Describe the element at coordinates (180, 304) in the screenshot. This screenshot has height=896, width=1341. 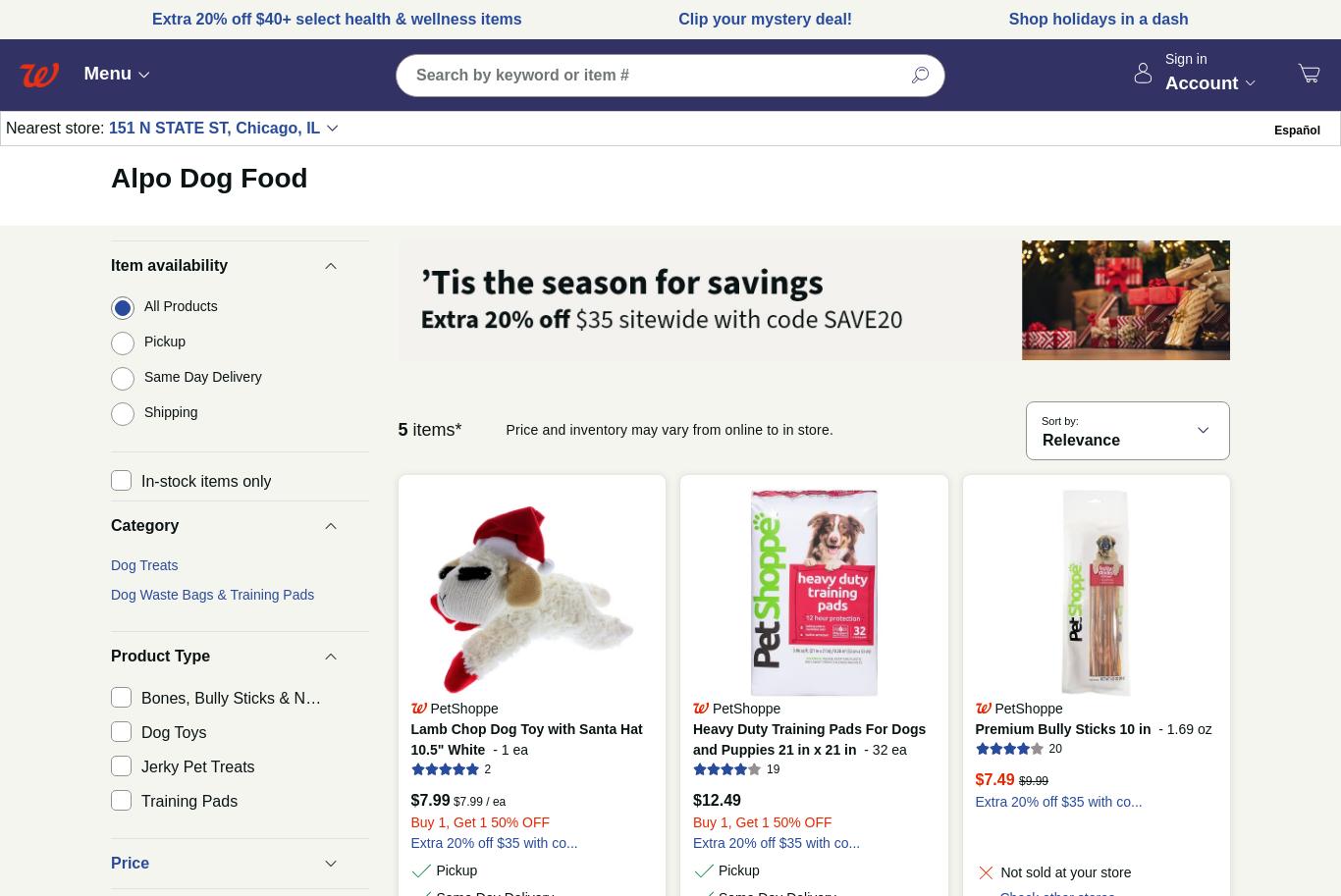
I see `'All Products'` at that location.